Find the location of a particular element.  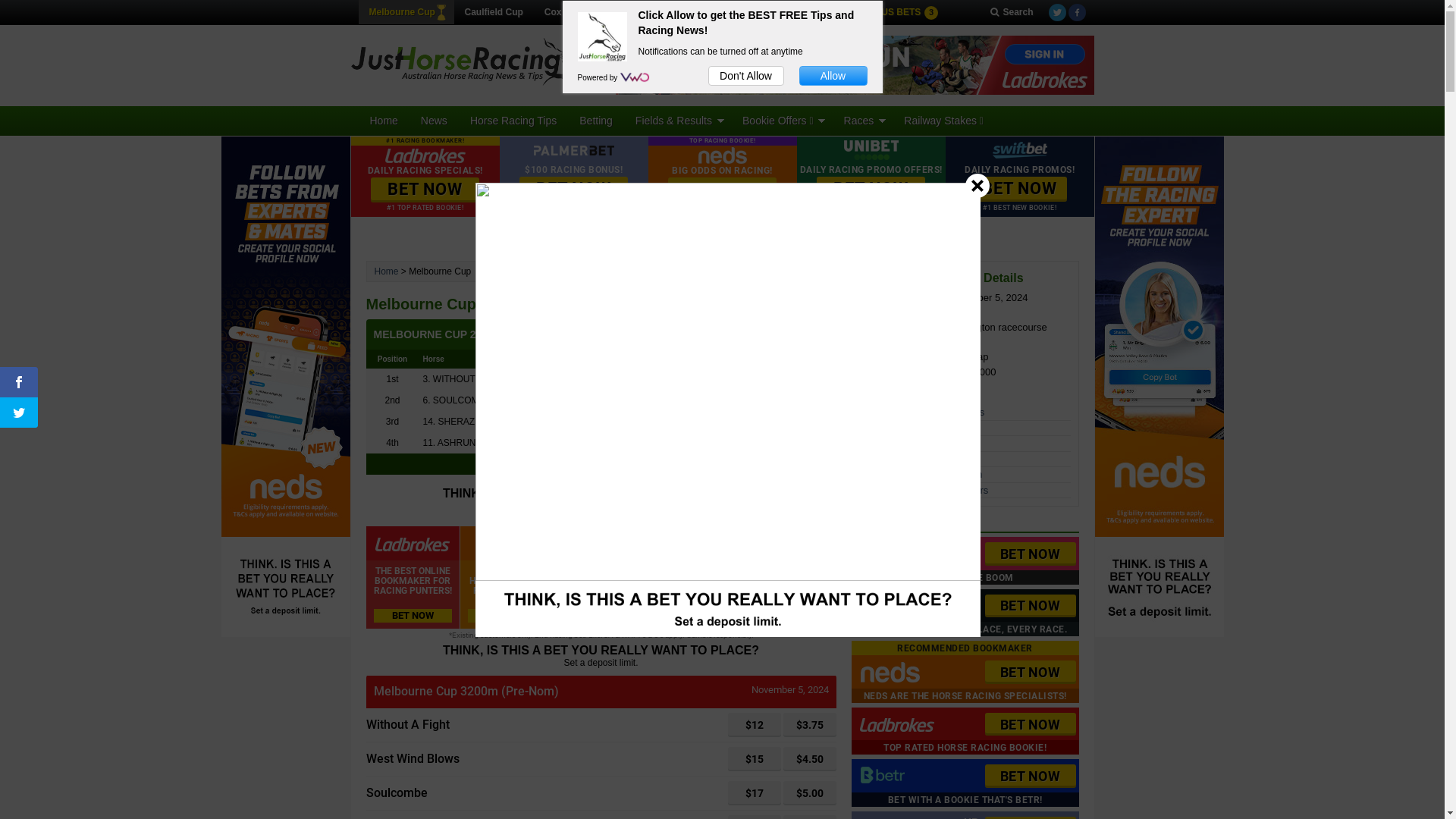

'$3.75' is located at coordinates (808, 724).